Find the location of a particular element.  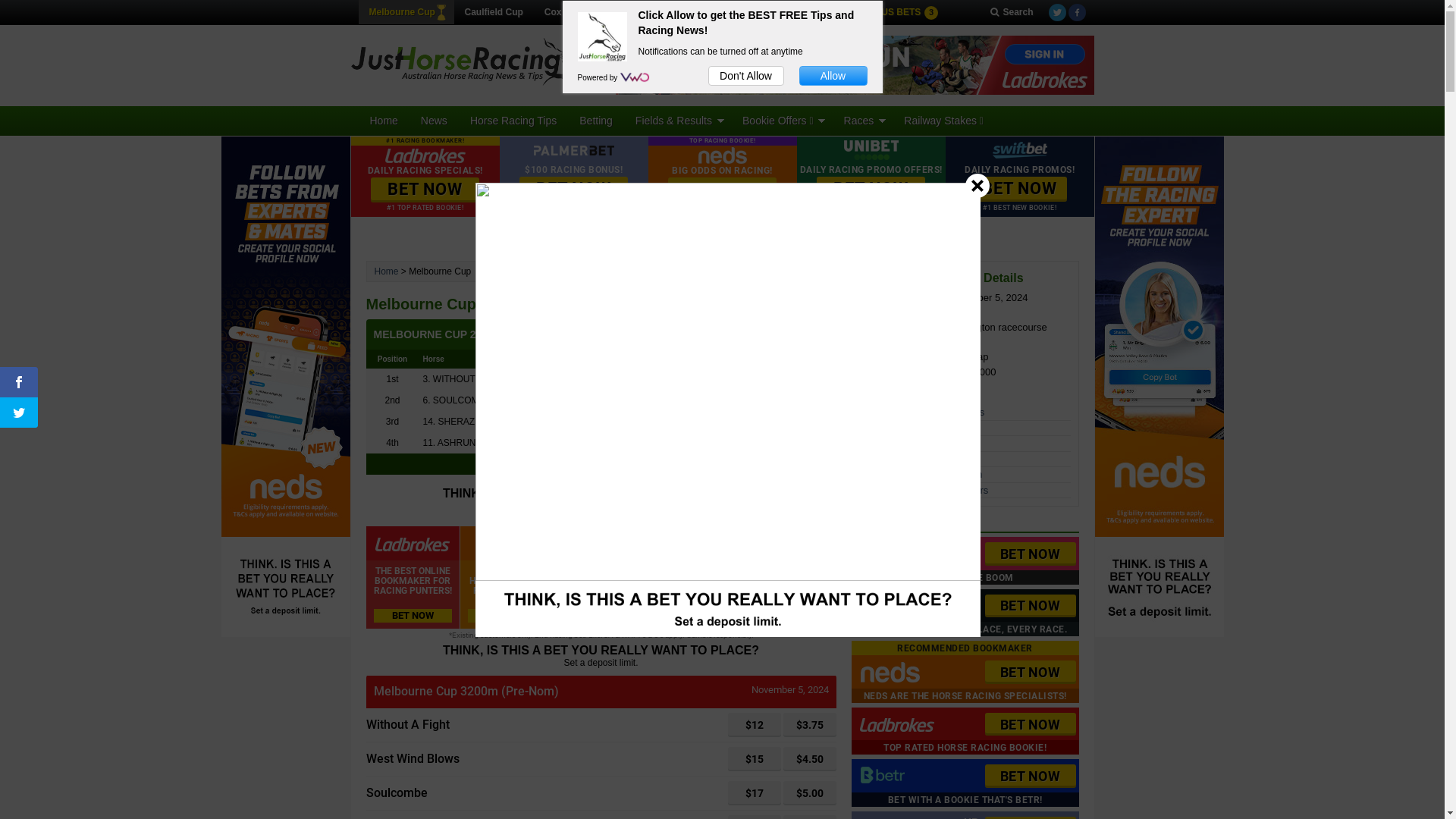

'$3.75' is located at coordinates (808, 724).